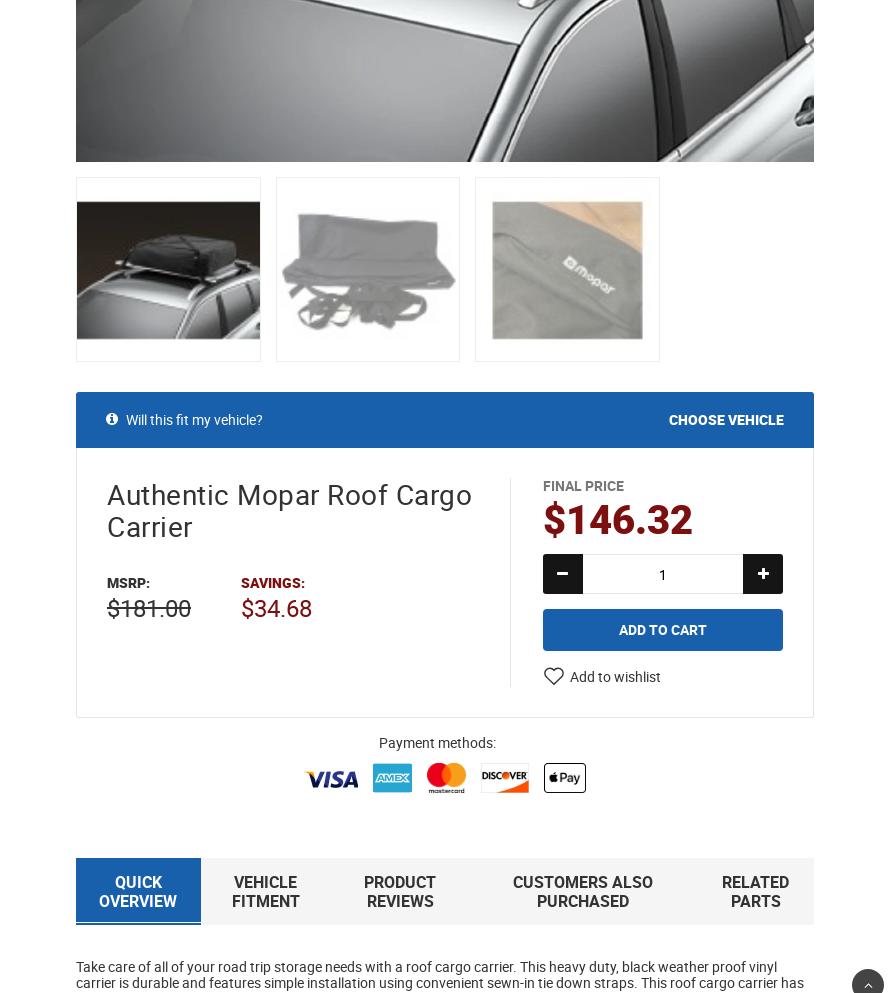 Image resolution: width=890 pixels, height=993 pixels. Describe the element at coordinates (661, 628) in the screenshot. I see `'Add to Cart'` at that location.